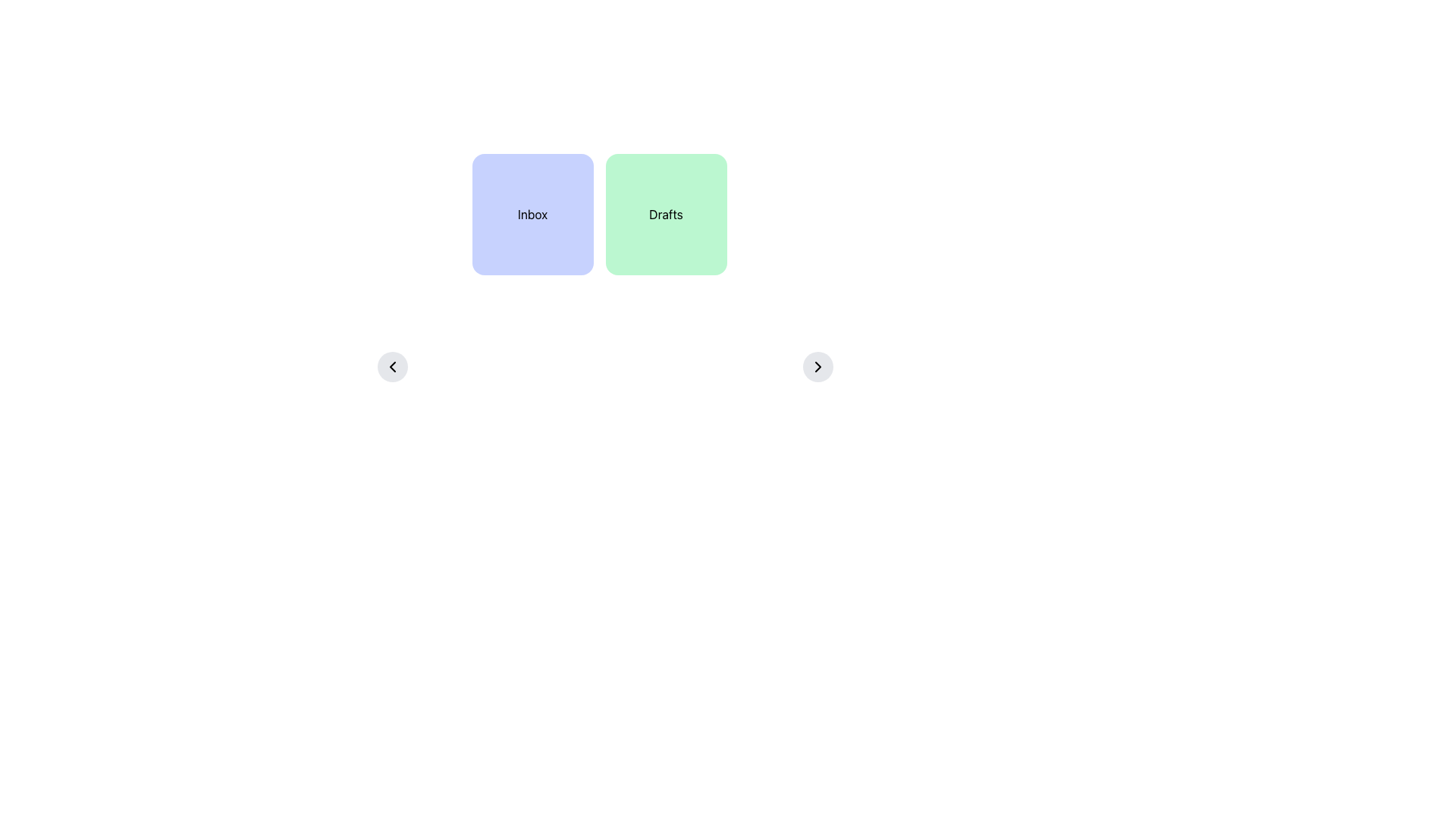 The height and width of the screenshot is (819, 1456). What do you see at coordinates (393, 366) in the screenshot?
I see `the gray circular button with a chevron icon located in the bottom left quadrant of the interface` at bounding box center [393, 366].